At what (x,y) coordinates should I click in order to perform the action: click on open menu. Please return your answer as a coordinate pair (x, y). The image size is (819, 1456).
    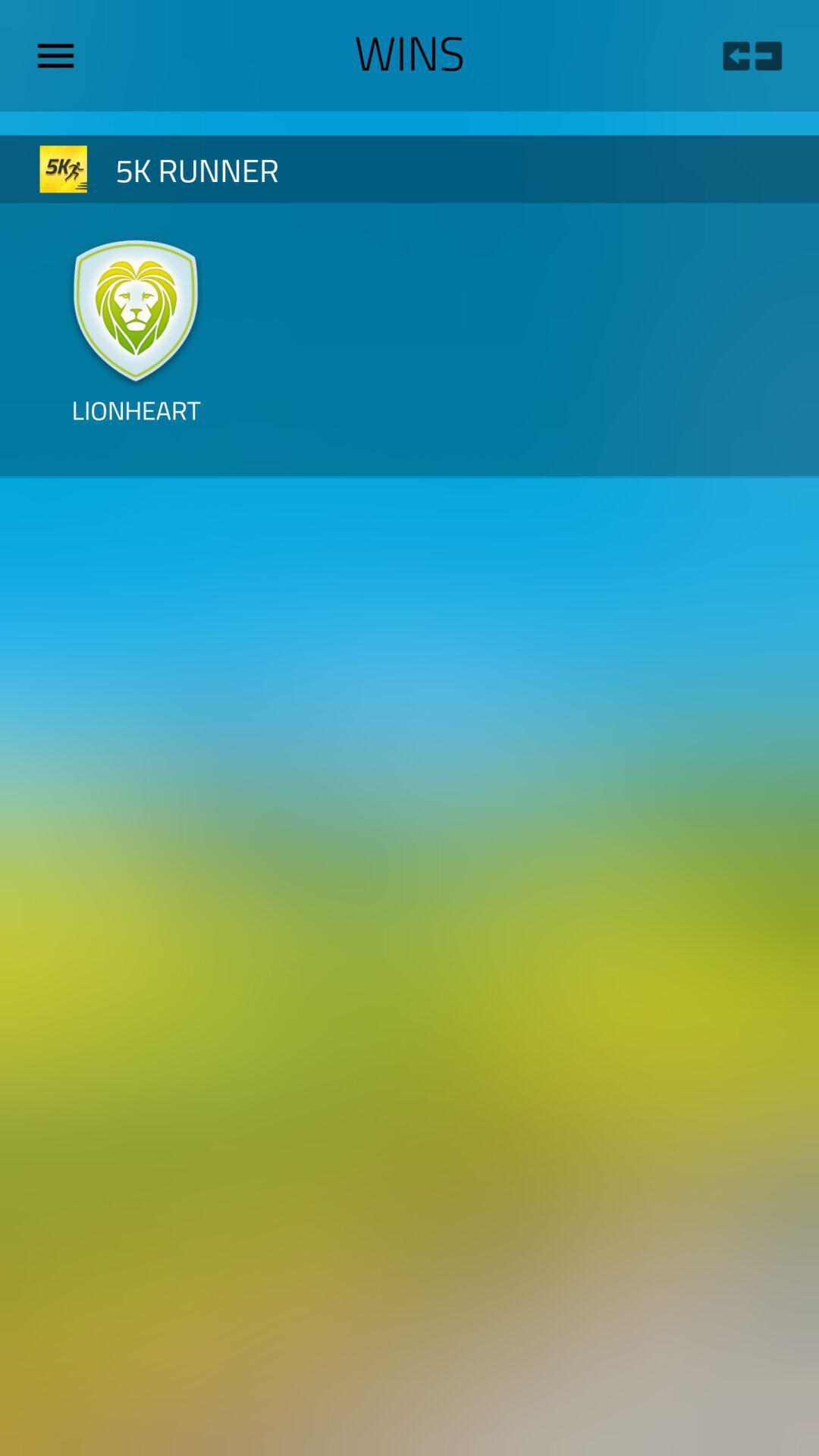
    Looking at the image, I should click on (61, 55).